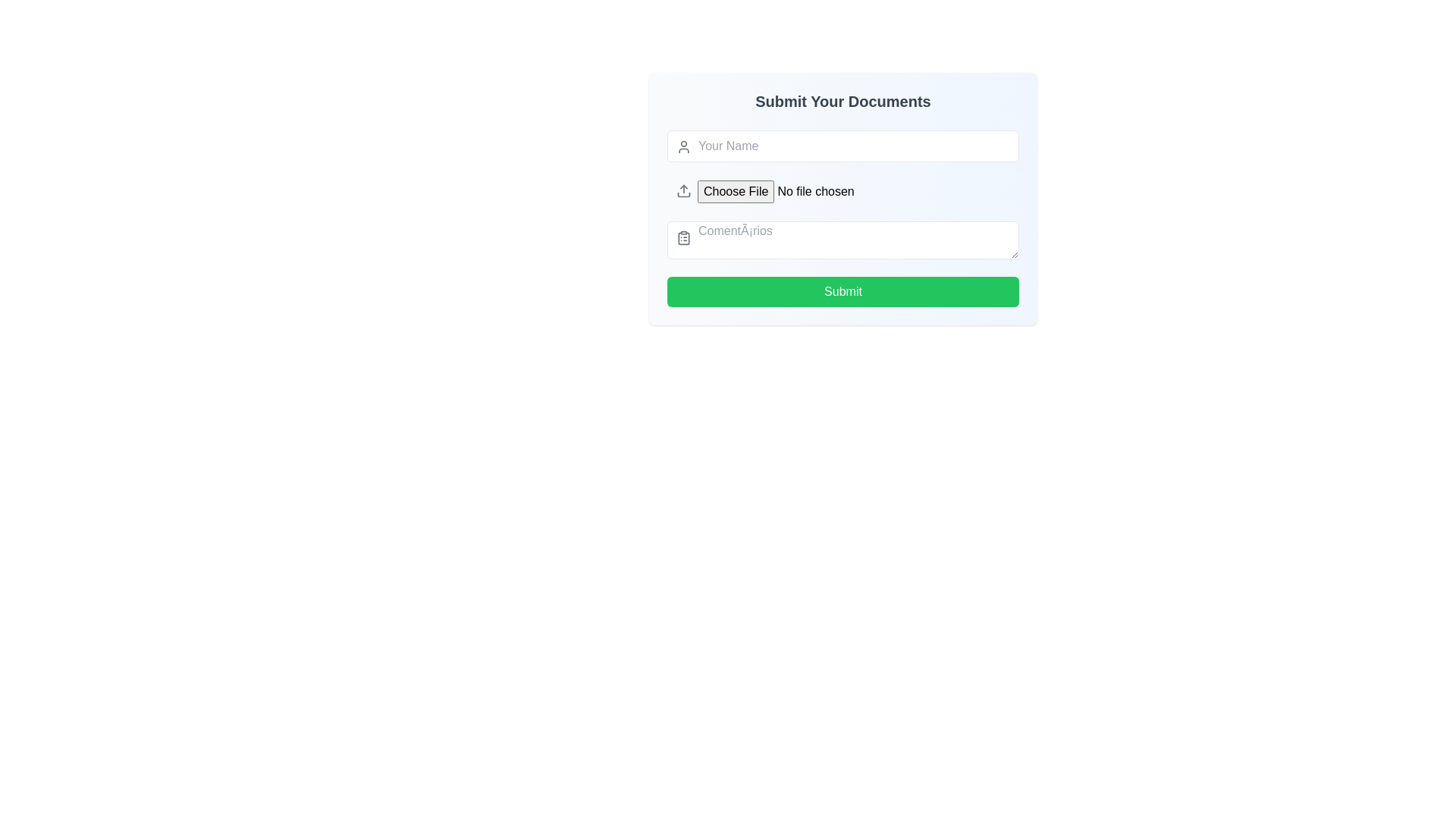 Image resolution: width=1456 pixels, height=819 pixels. What do you see at coordinates (683, 146) in the screenshot?
I see `the icon that indicates user information, which is located to the left of the input field labeled 'Your Name'` at bounding box center [683, 146].